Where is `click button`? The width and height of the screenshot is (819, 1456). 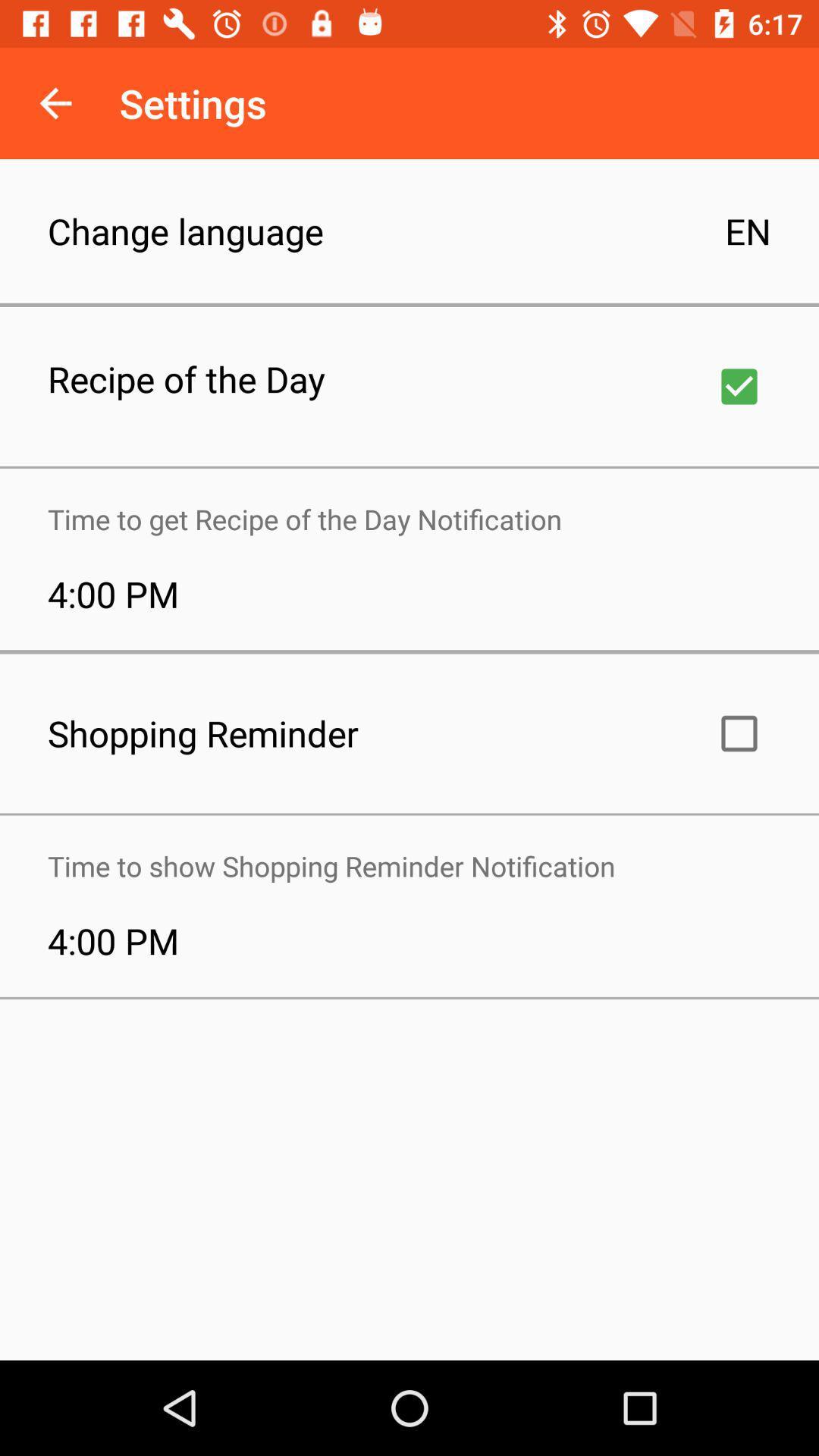
click button is located at coordinates (739, 733).